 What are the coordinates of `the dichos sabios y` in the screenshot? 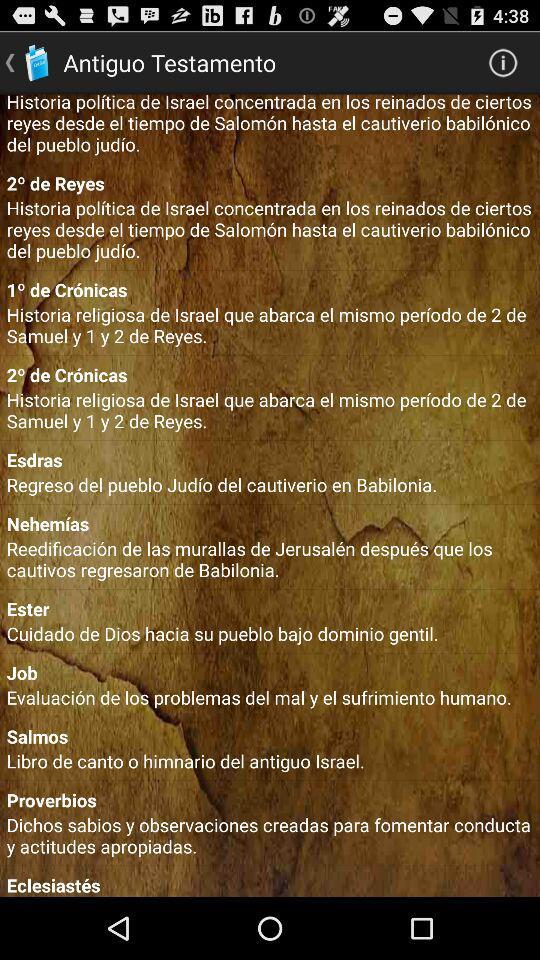 It's located at (270, 835).